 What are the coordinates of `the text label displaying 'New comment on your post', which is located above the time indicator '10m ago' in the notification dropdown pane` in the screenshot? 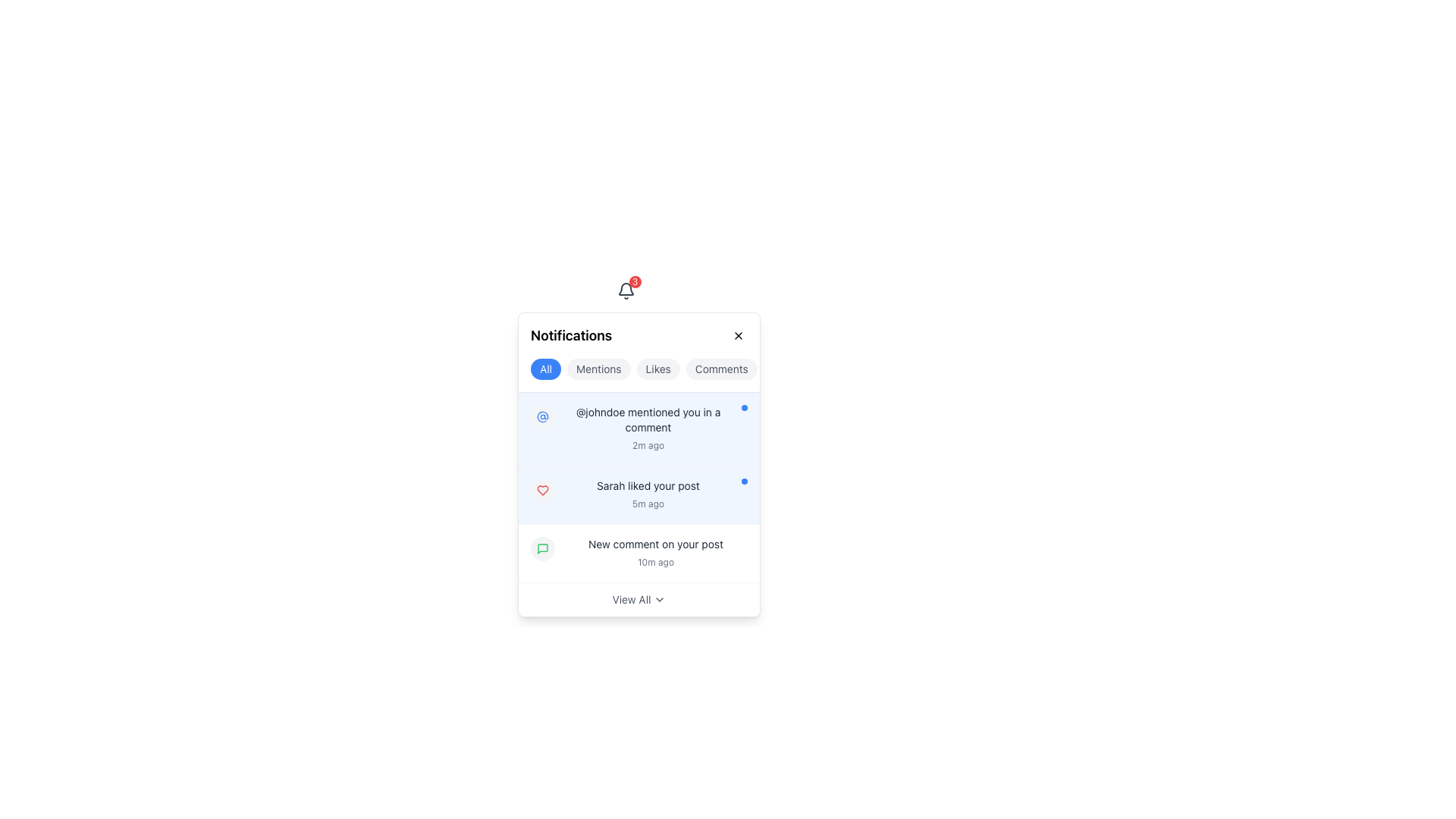 It's located at (655, 543).